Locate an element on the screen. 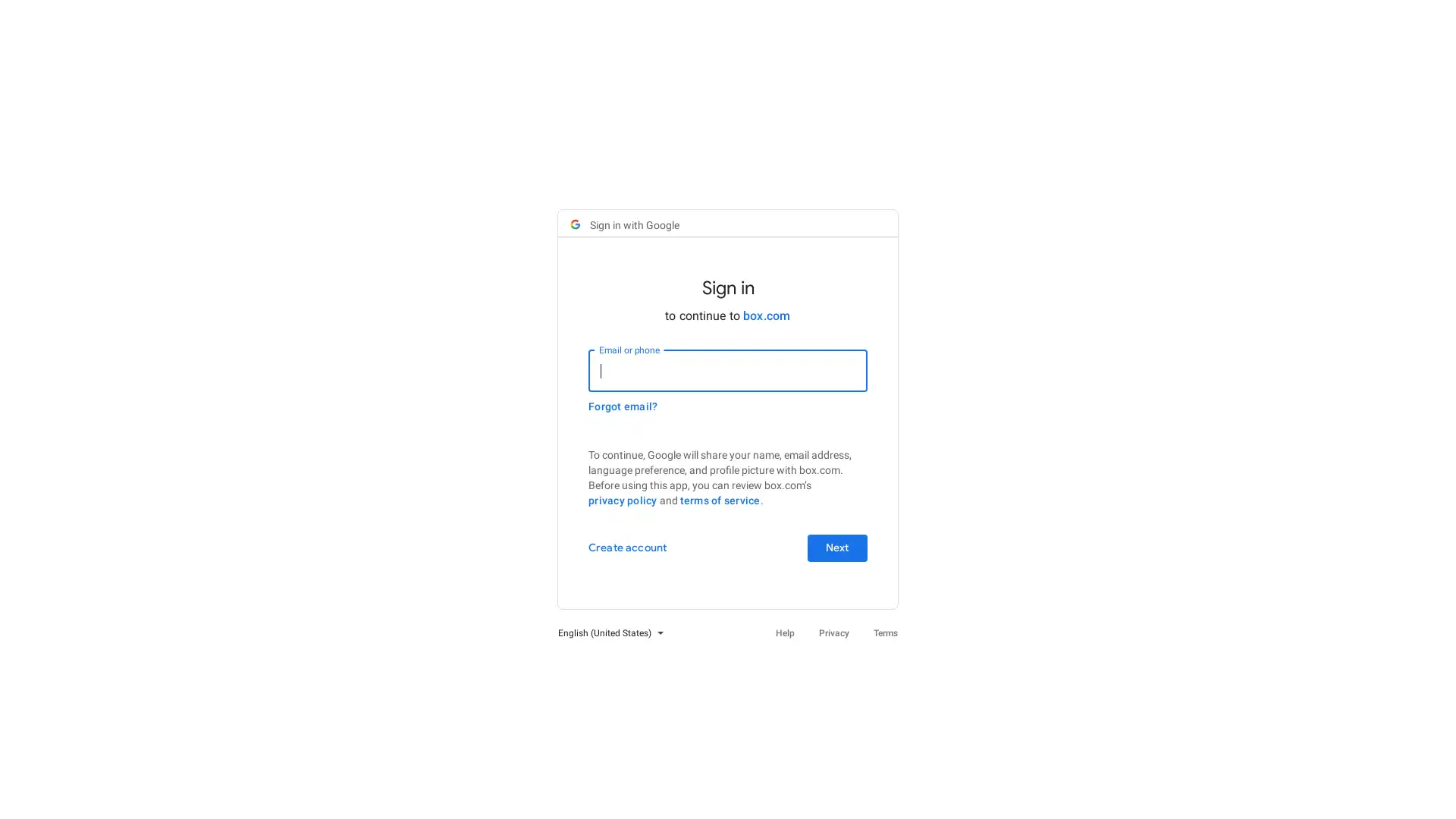 The height and width of the screenshot is (819, 1456). Next is located at coordinates (836, 548).